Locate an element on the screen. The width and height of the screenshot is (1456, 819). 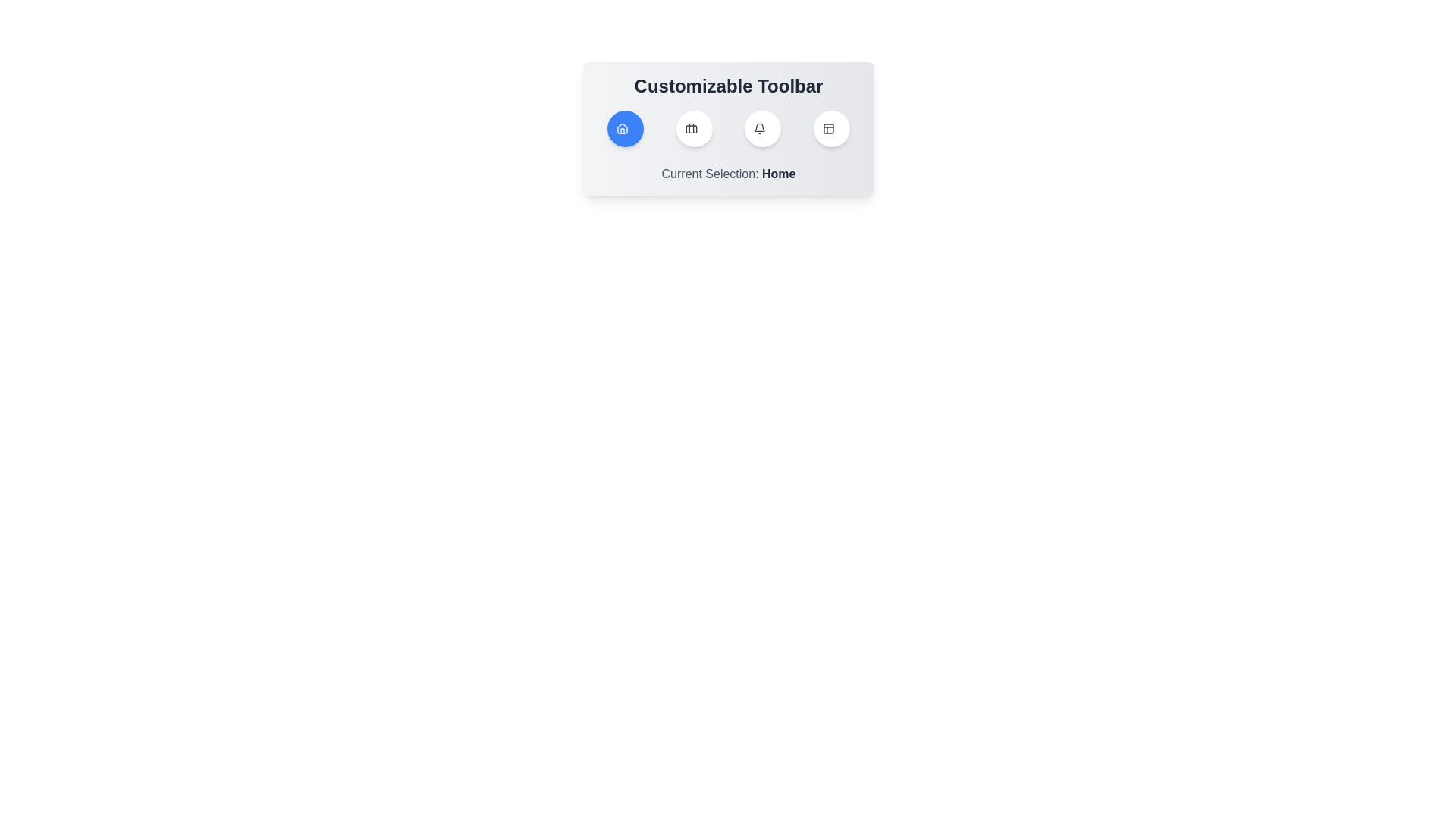
the toolbar containing circular button-like components, which is visually styled with a light gray background and slight shadow effect, indicating different functions, including a blue 'Home' button is located at coordinates (728, 127).